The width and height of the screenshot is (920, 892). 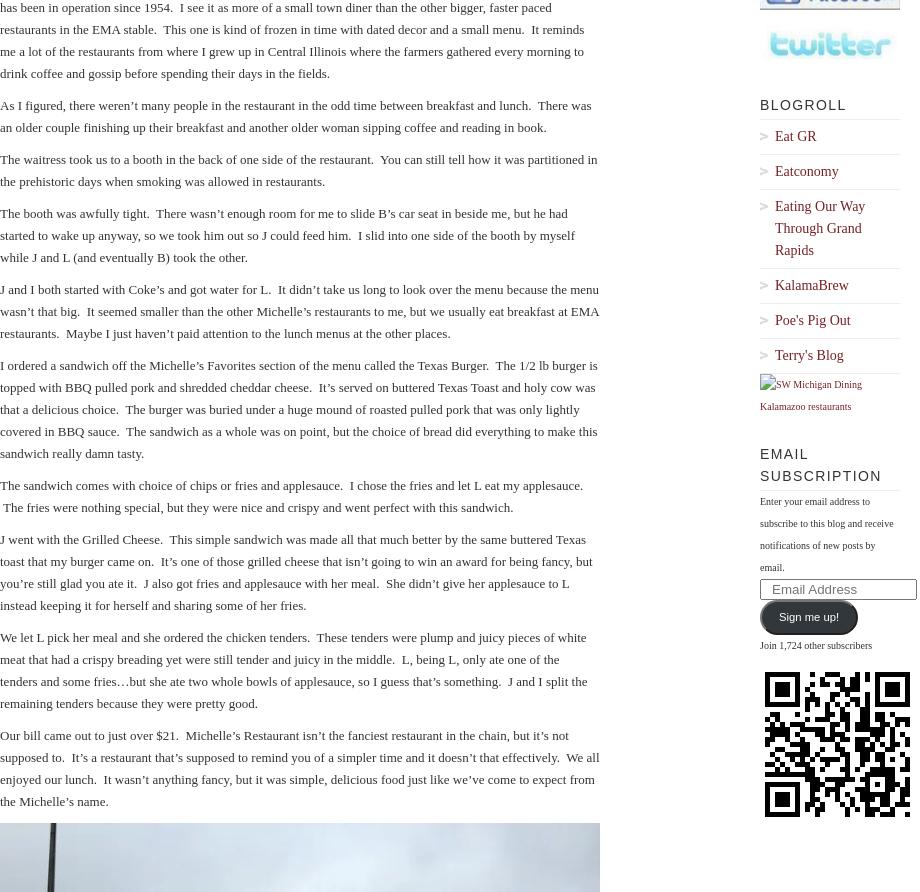 I want to click on 'Our bill came out to just over $21.  Michelle’s Restaurant isn’t the fanciest restaurant in the chain, but it’s not supposed to.  It’s a restaurant that’s supposed to remind you of a simpler time and it doesn’t that effectively.  We all enjoyed our lunch.  It wasn’t anything fancy, but it was simple, delicious food just like we’ve come to expect from the Michelle’s name.', so click(x=299, y=767).